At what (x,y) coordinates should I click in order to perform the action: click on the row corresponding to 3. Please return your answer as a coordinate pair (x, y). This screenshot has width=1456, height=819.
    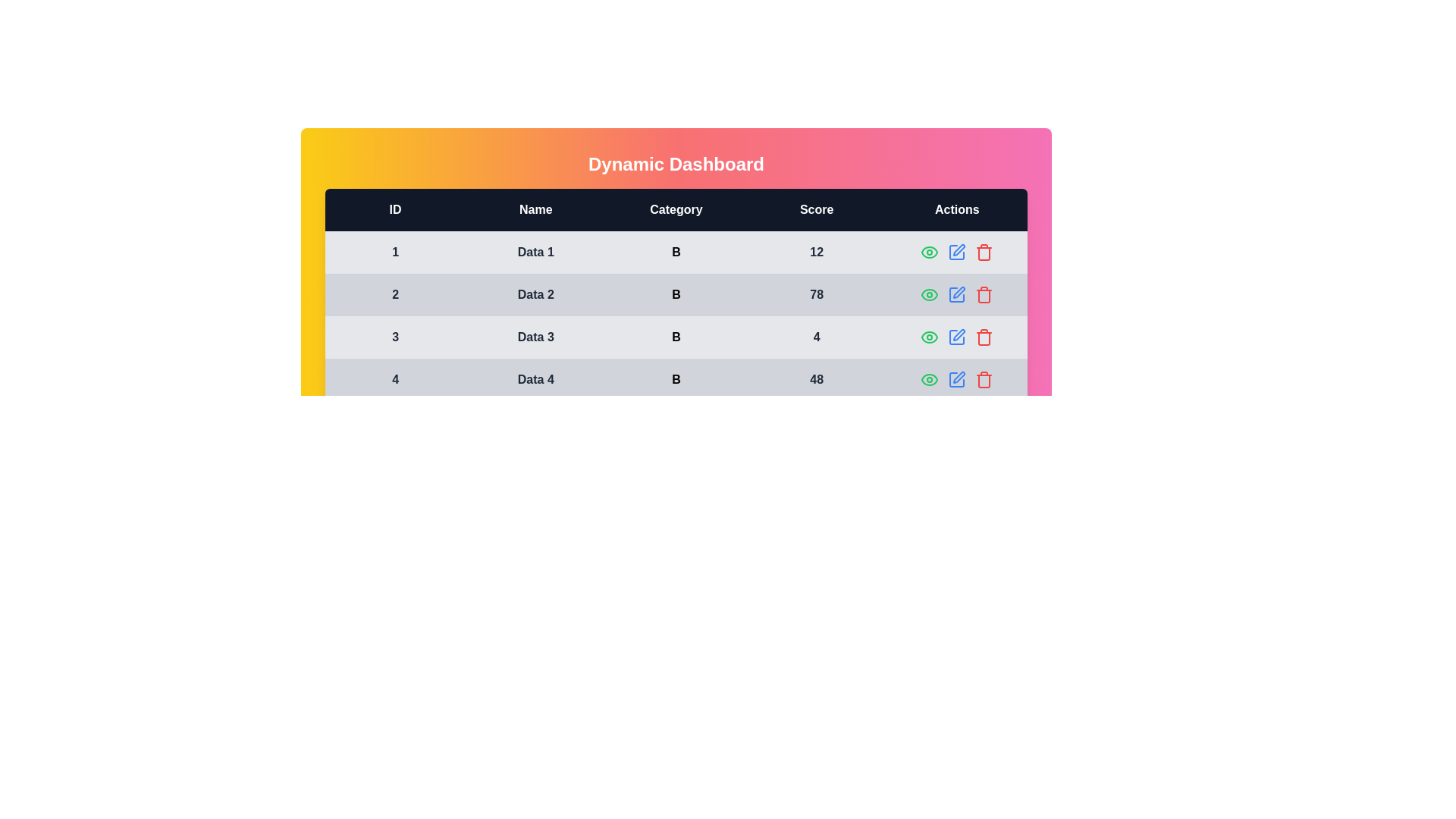
    Looking at the image, I should click on (984, 336).